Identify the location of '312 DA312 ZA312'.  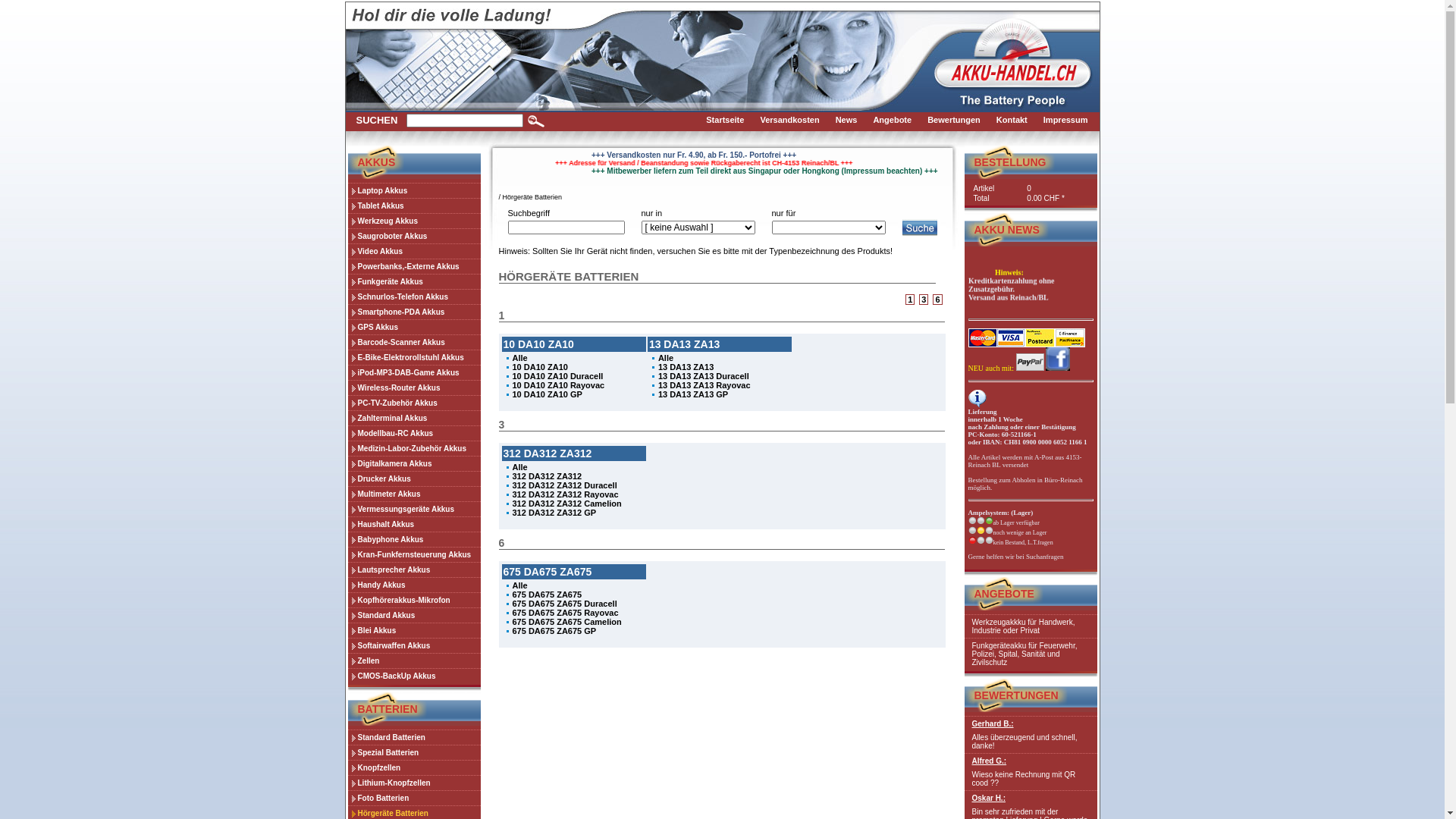
(546, 475).